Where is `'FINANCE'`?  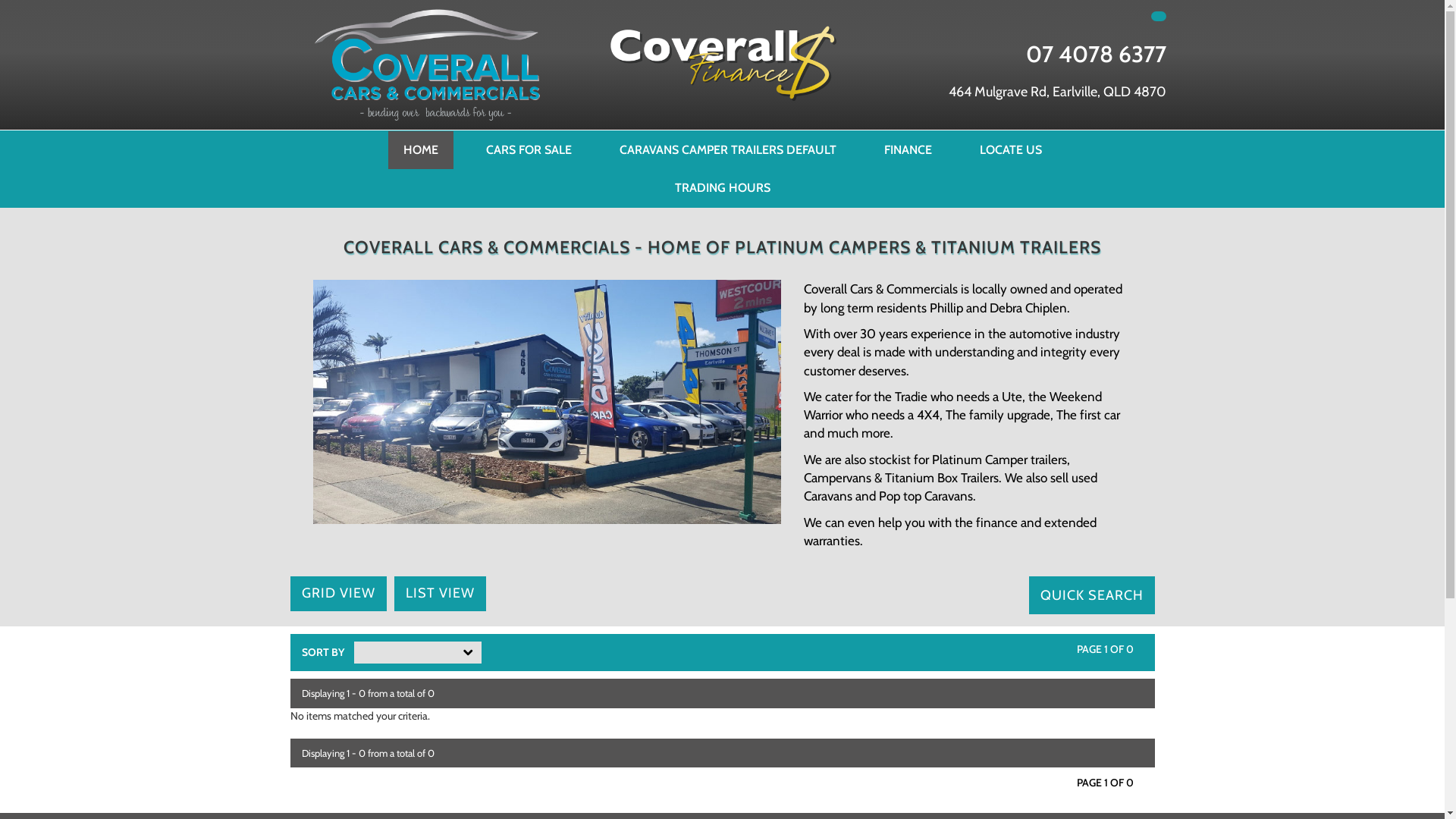
'FINANCE' is located at coordinates (908, 149).